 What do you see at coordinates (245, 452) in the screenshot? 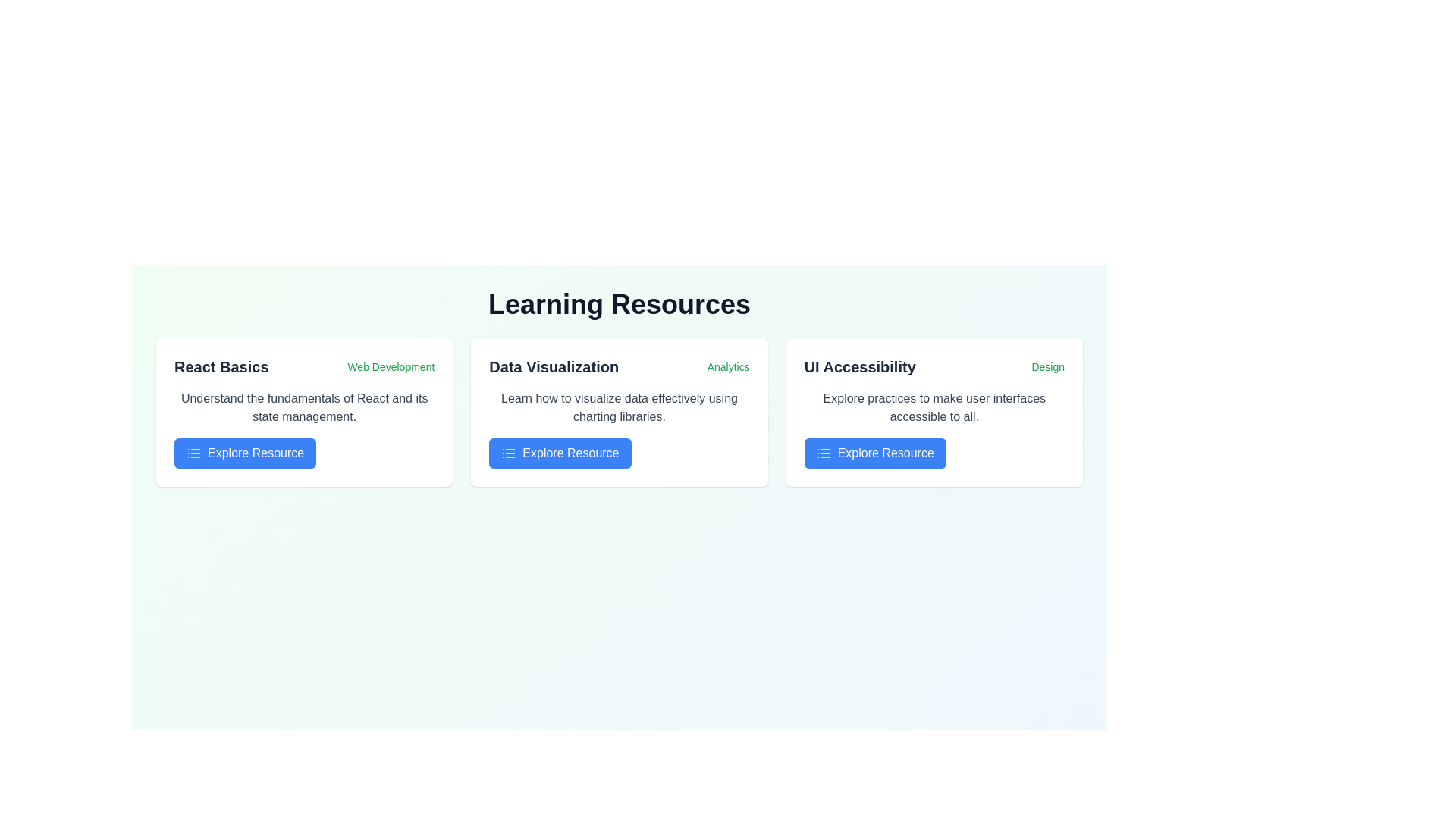
I see `the button located at the bottom-left corner of the 'React Basics' card` at bounding box center [245, 452].